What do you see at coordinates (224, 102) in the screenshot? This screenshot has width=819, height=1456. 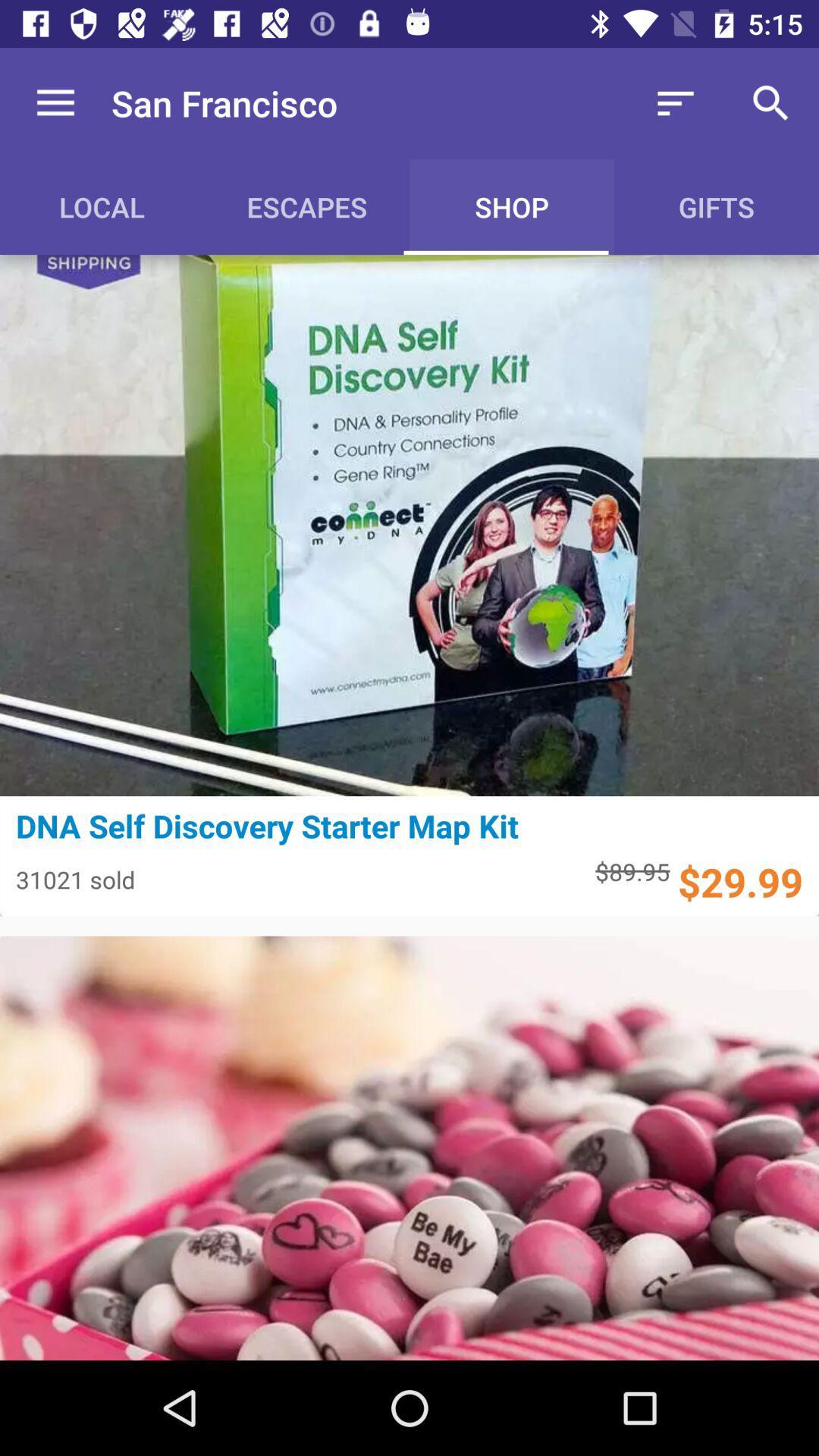 I see `the san francisco icon` at bounding box center [224, 102].